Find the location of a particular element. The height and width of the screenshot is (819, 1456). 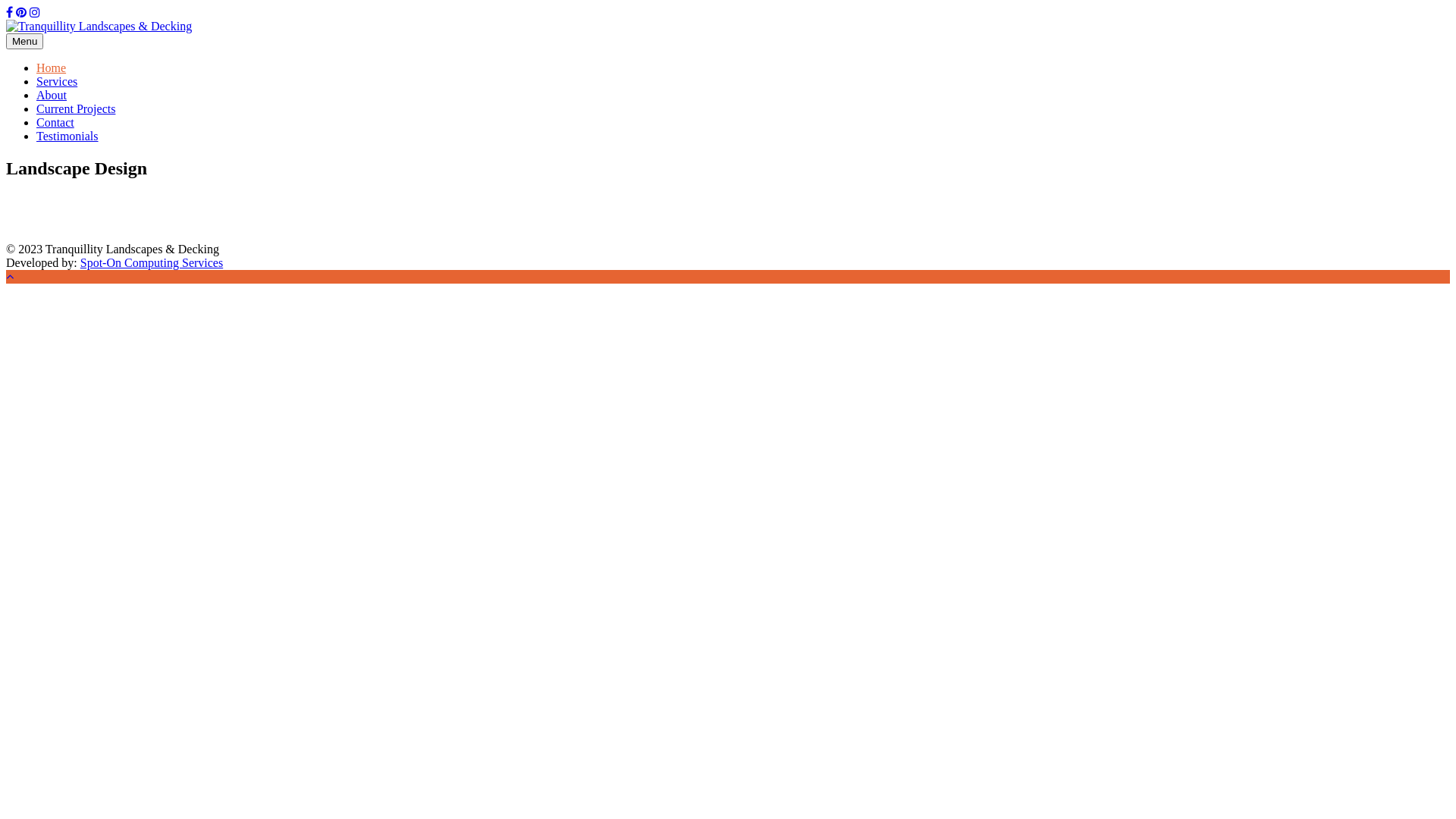

'Skip to content' is located at coordinates (5, 5).